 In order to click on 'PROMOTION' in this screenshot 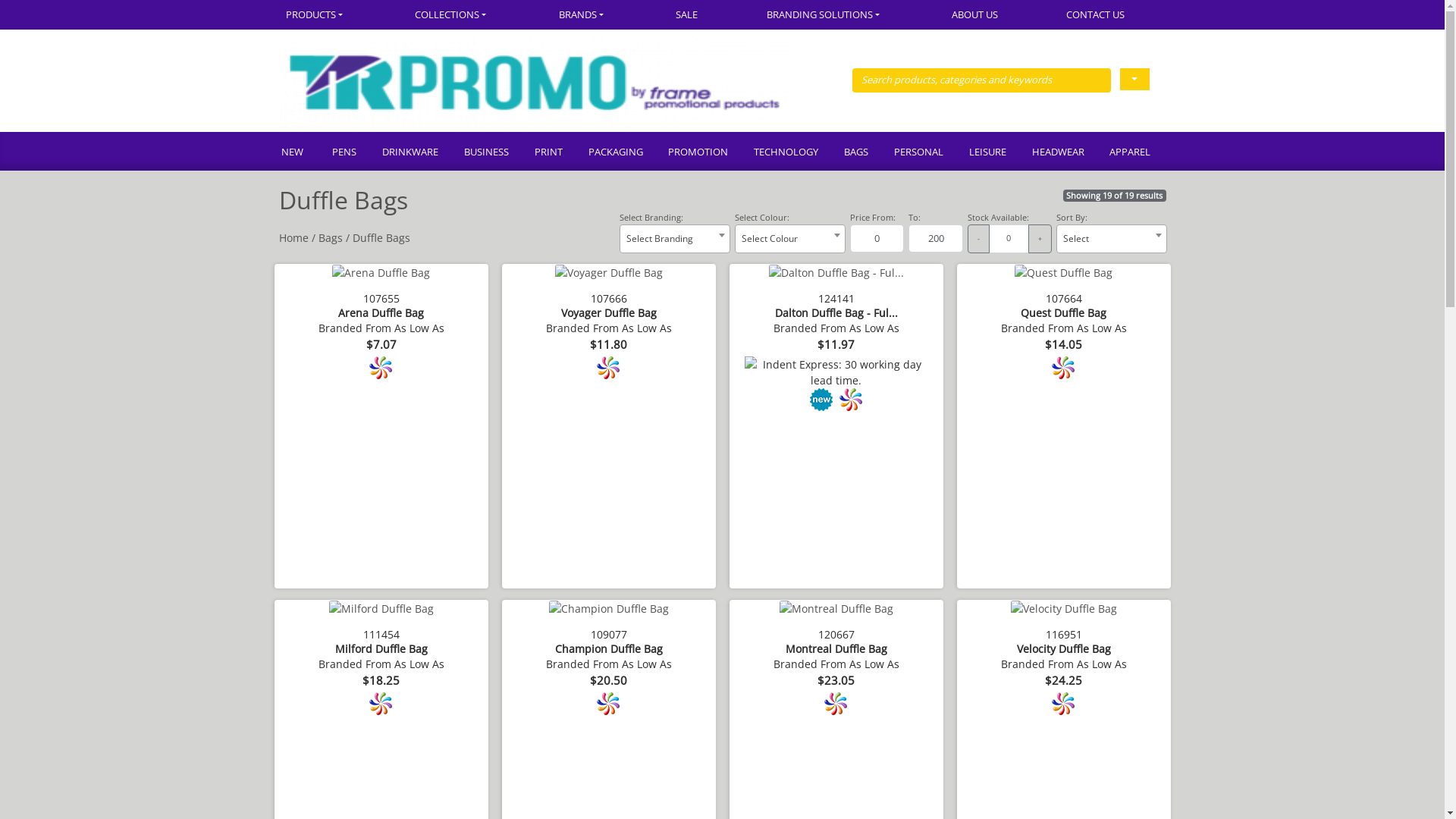, I will do `click(655, 152)`.